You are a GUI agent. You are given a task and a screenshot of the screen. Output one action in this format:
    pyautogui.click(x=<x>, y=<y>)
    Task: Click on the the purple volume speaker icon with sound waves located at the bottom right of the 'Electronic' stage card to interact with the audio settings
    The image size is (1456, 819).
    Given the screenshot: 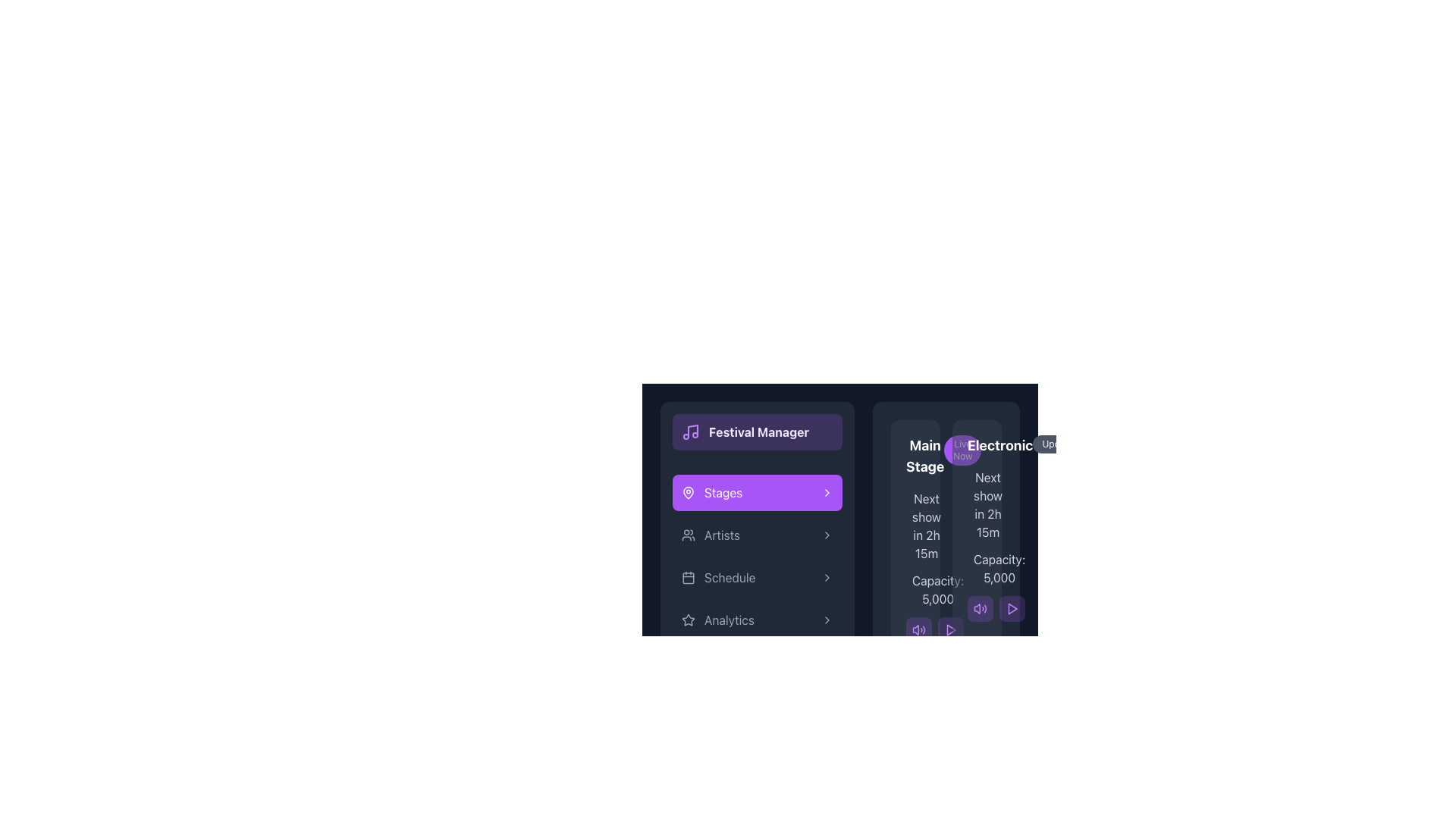 What is the action you would take?
    pyautogui.click(x=918, y=629)
    